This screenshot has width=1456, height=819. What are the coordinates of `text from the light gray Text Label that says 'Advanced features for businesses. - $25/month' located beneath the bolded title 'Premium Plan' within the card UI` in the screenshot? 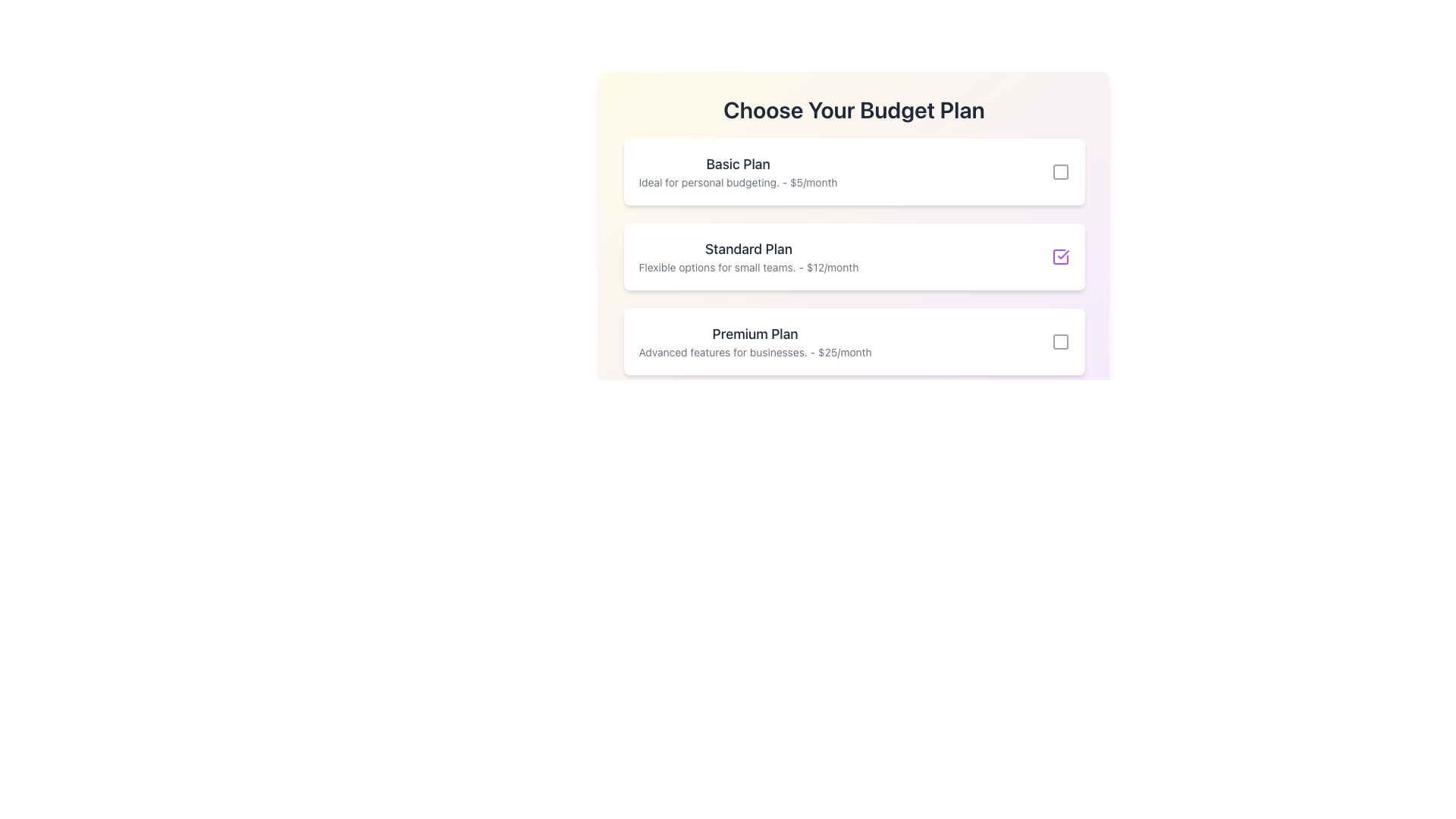 It's located at (755, 353).